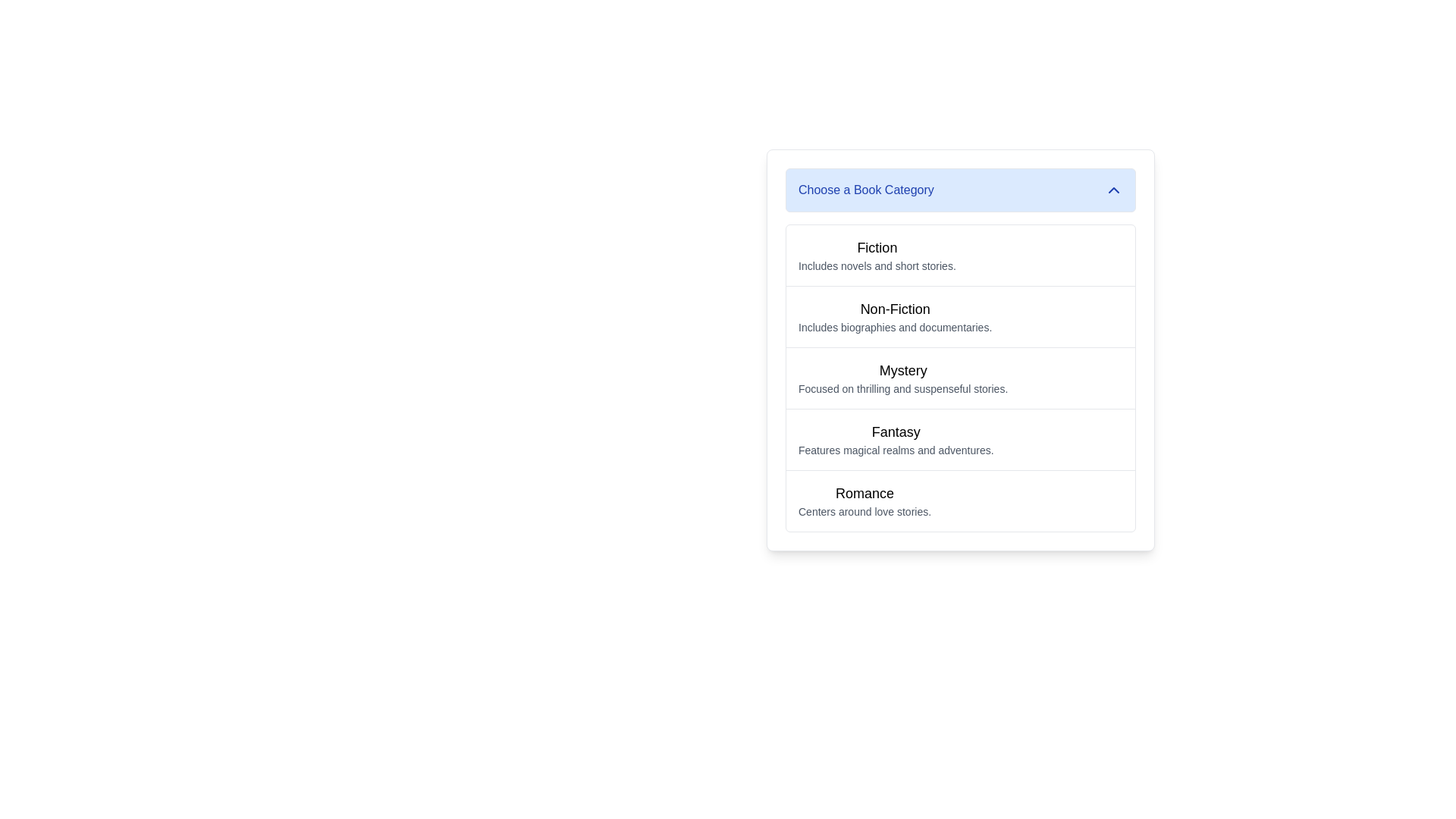 Image resolution: width=1456 pixels, height=819 pixels. Describe the element at coordinates (864, 494) in the screenshot. I see `text label that serves as the title for the 'Romance' book category, which is the last item in the vertical list of book categories` at that location.